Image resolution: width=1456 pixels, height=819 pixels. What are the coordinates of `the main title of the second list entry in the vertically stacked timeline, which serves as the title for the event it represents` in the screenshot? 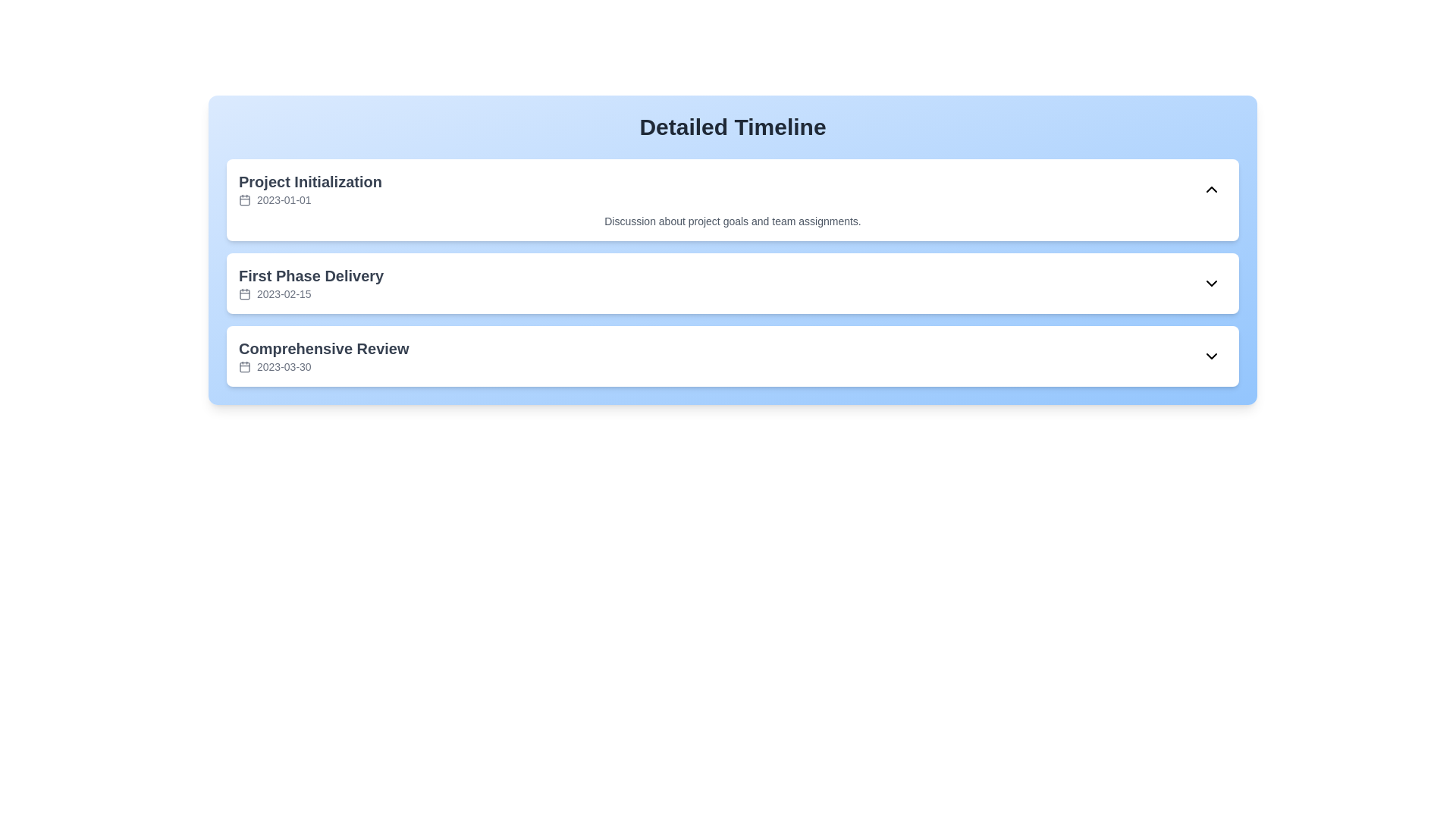 It's located at (310, 275).